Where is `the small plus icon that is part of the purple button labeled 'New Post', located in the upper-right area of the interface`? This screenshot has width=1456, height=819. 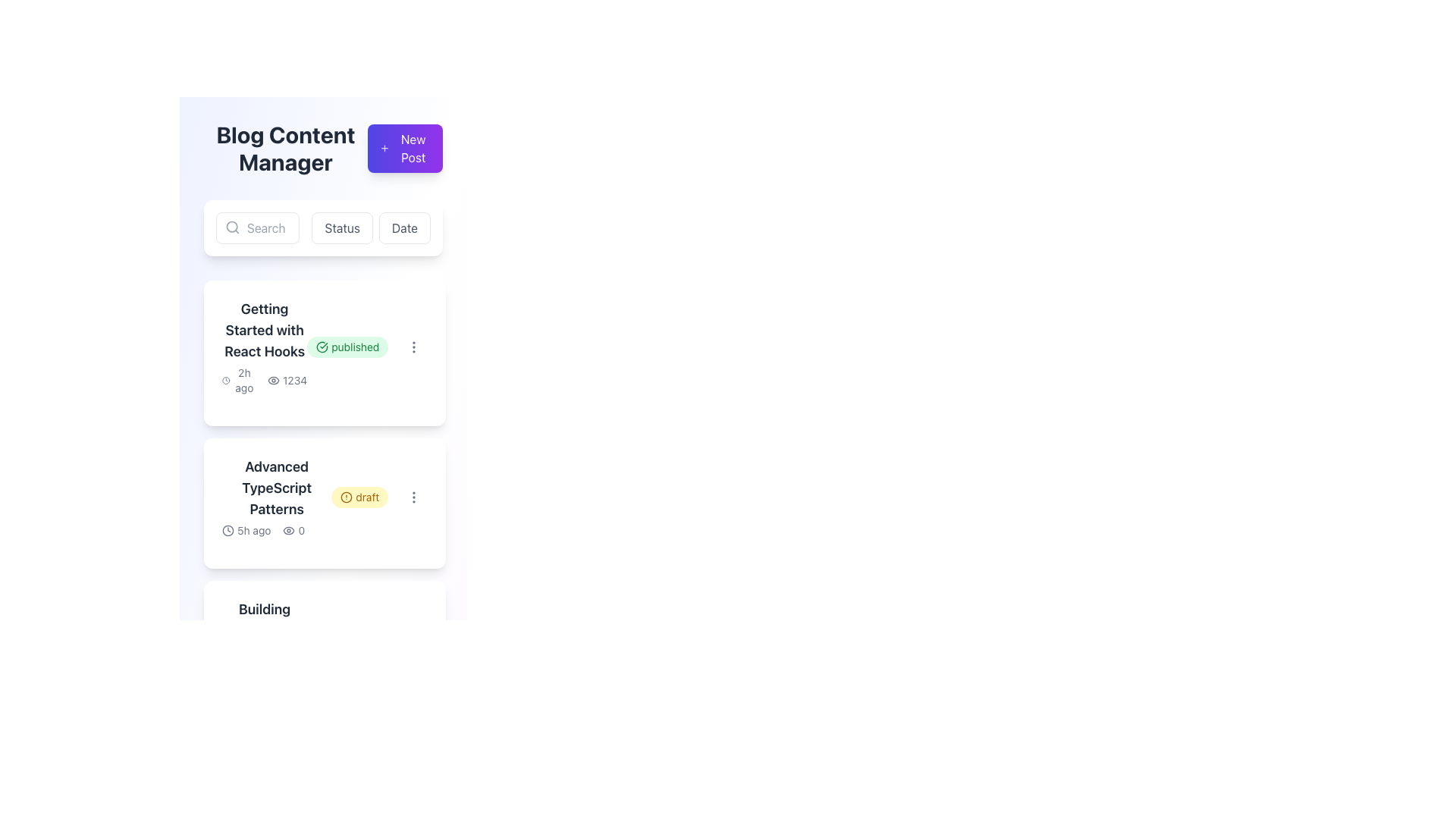 the small plus icon that is part of the purple button labeled 'New Post', located in the upper-right area of the interface is located at coordinates (384, 149).